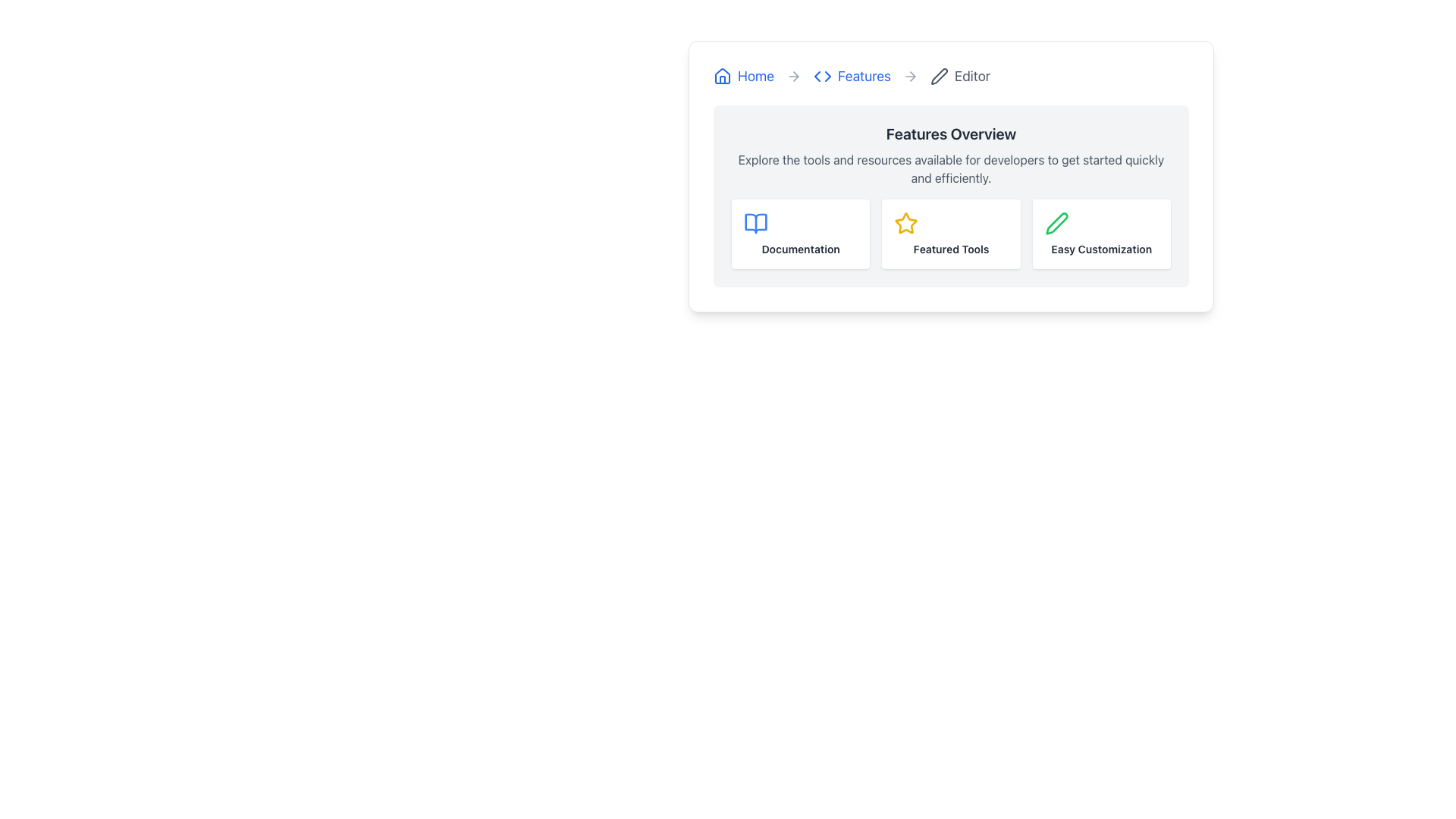  Describe the element at coordinates (938, 76) in the screenshot. I see `the pen icon located in the breadcrumb navigation next to the 'Editor' text, which represents the edit functionality` at that location.